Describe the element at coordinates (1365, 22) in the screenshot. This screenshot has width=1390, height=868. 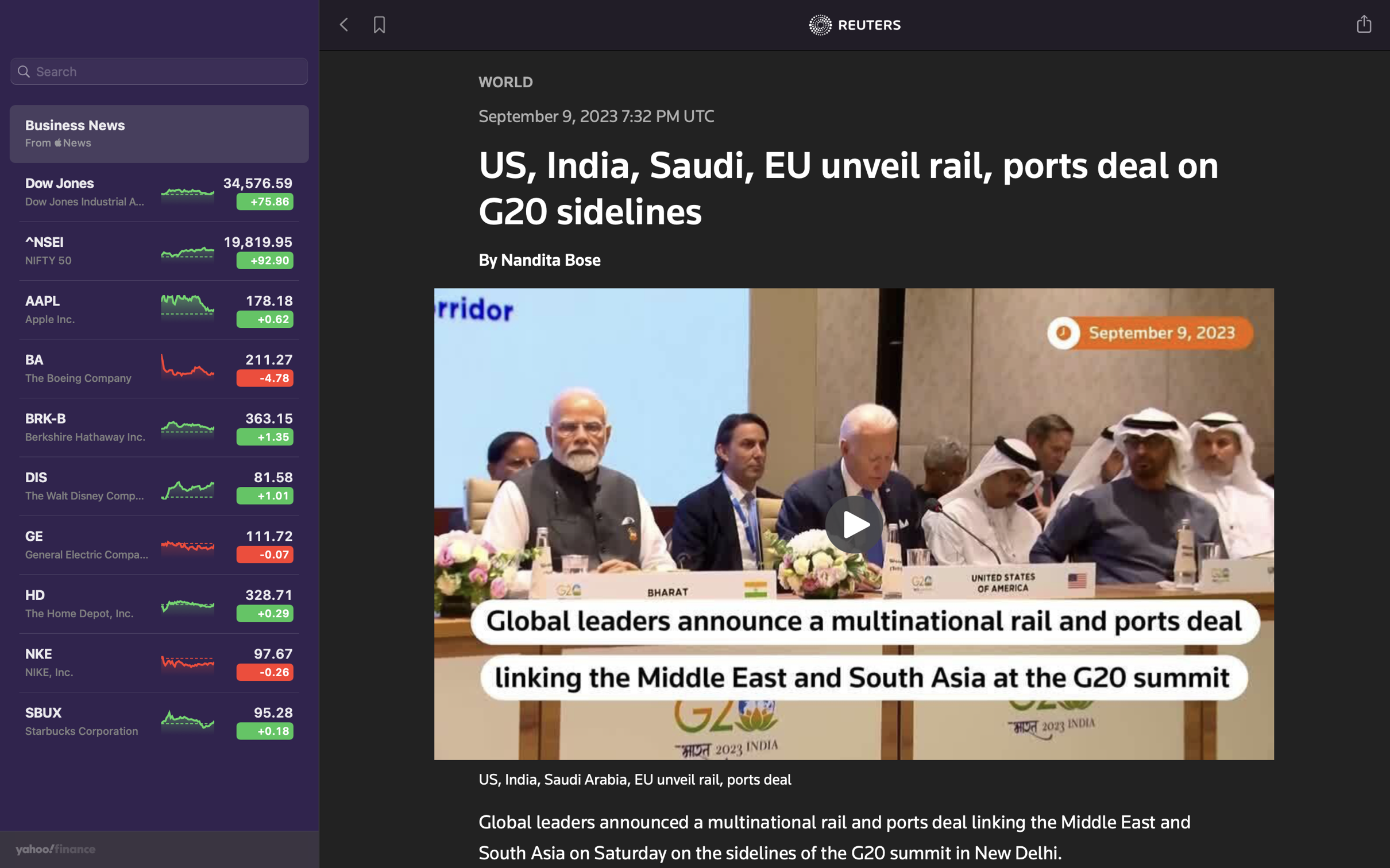
I see `Disseminate recent news update through your Twitter profile` at that location.